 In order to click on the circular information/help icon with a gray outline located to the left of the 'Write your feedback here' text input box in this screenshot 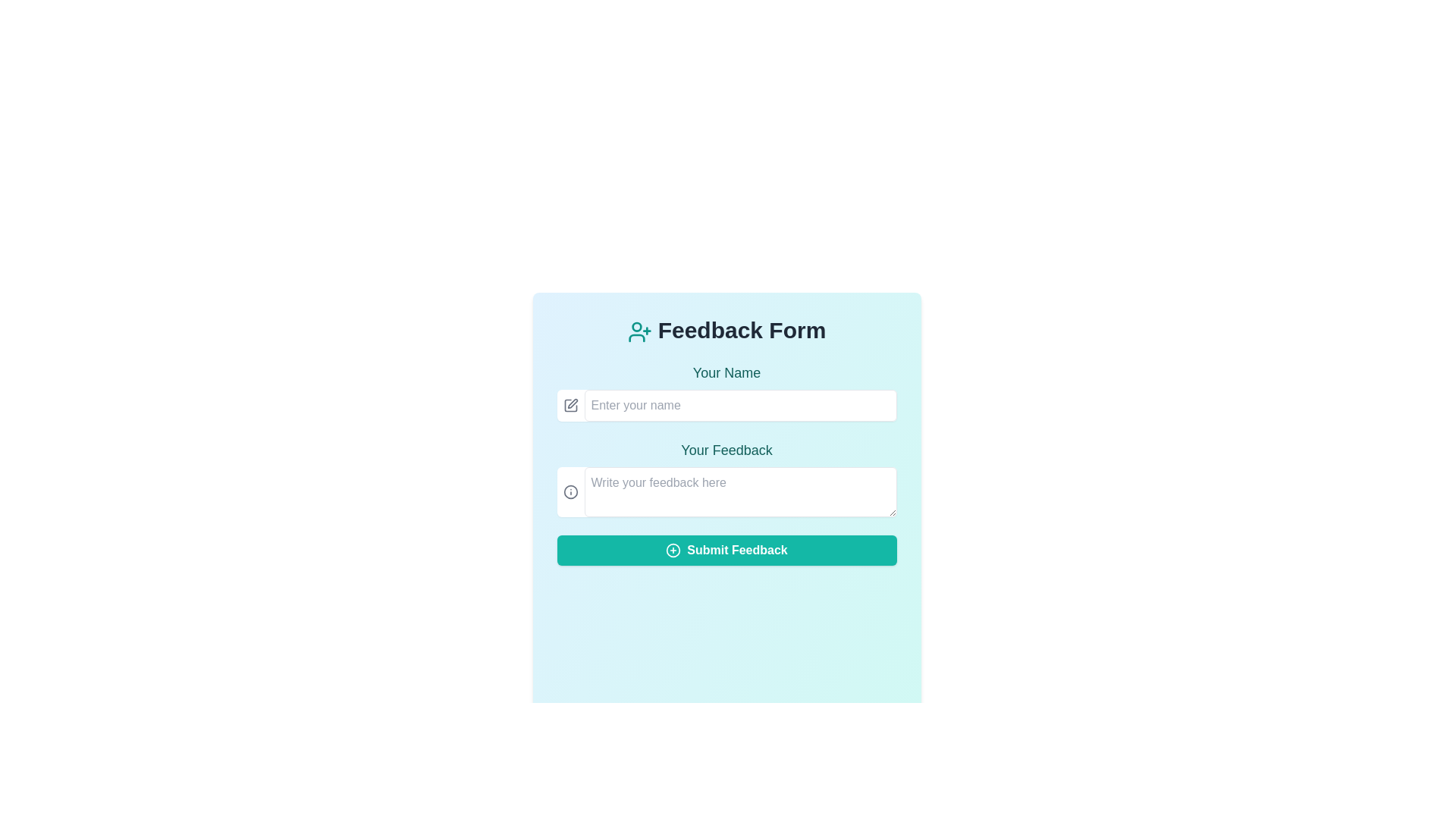, I will do `click(570, 492)`.